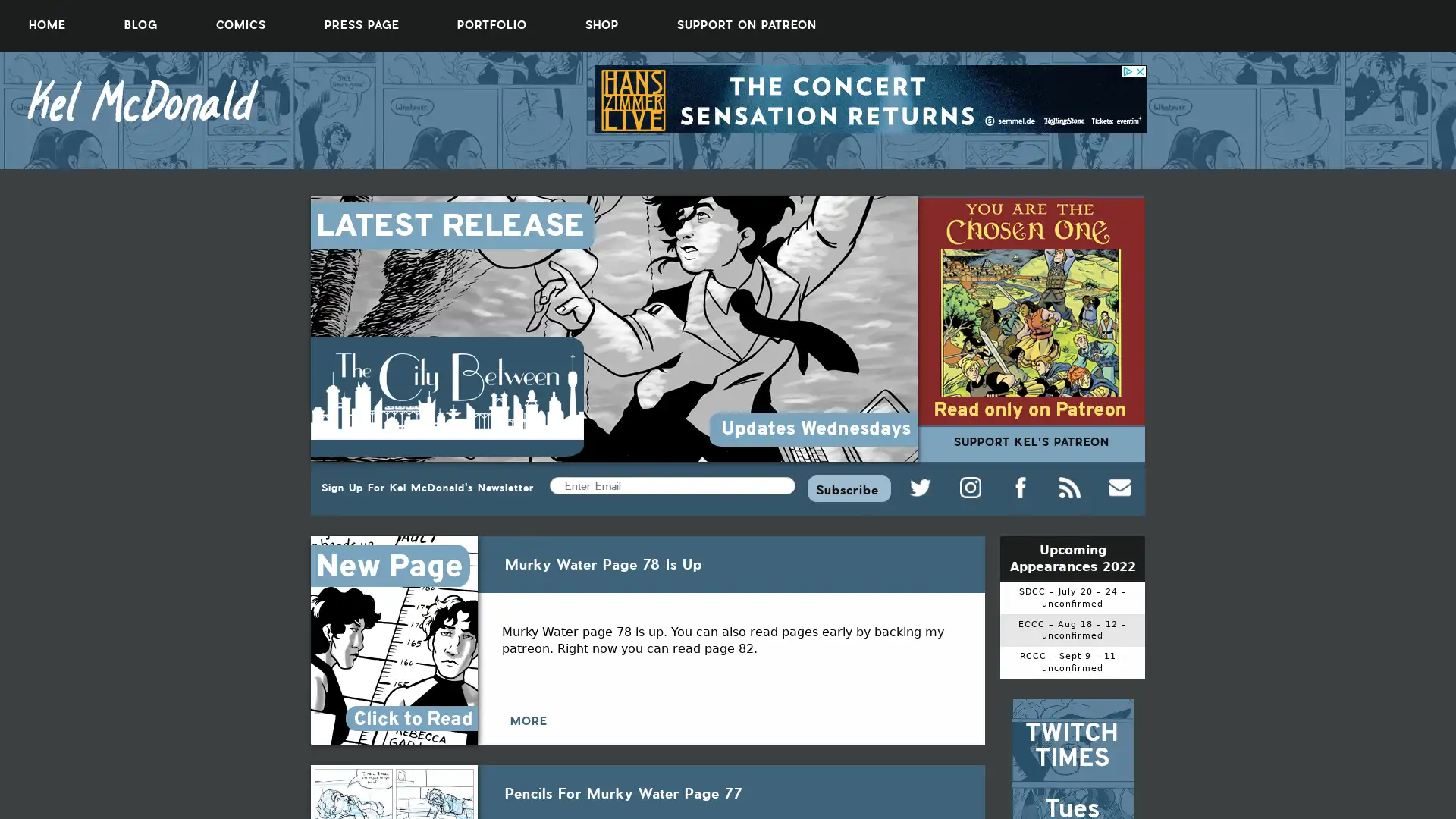  Describe the element at coordinates (848, 488) in the screenshot. I see `Subscribe` at that location.